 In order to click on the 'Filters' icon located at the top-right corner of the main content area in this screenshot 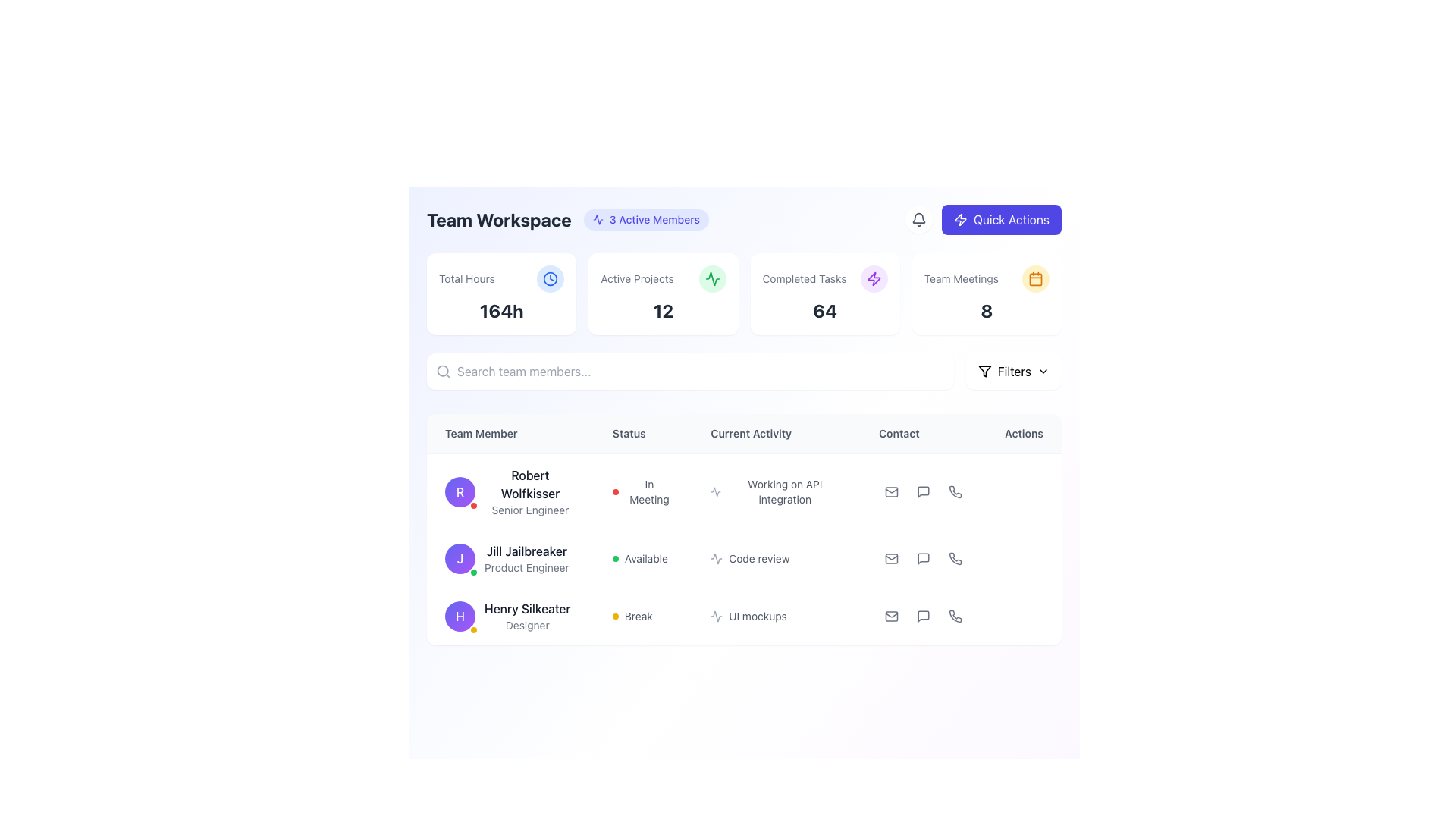, I will do `click(984, 371)`.